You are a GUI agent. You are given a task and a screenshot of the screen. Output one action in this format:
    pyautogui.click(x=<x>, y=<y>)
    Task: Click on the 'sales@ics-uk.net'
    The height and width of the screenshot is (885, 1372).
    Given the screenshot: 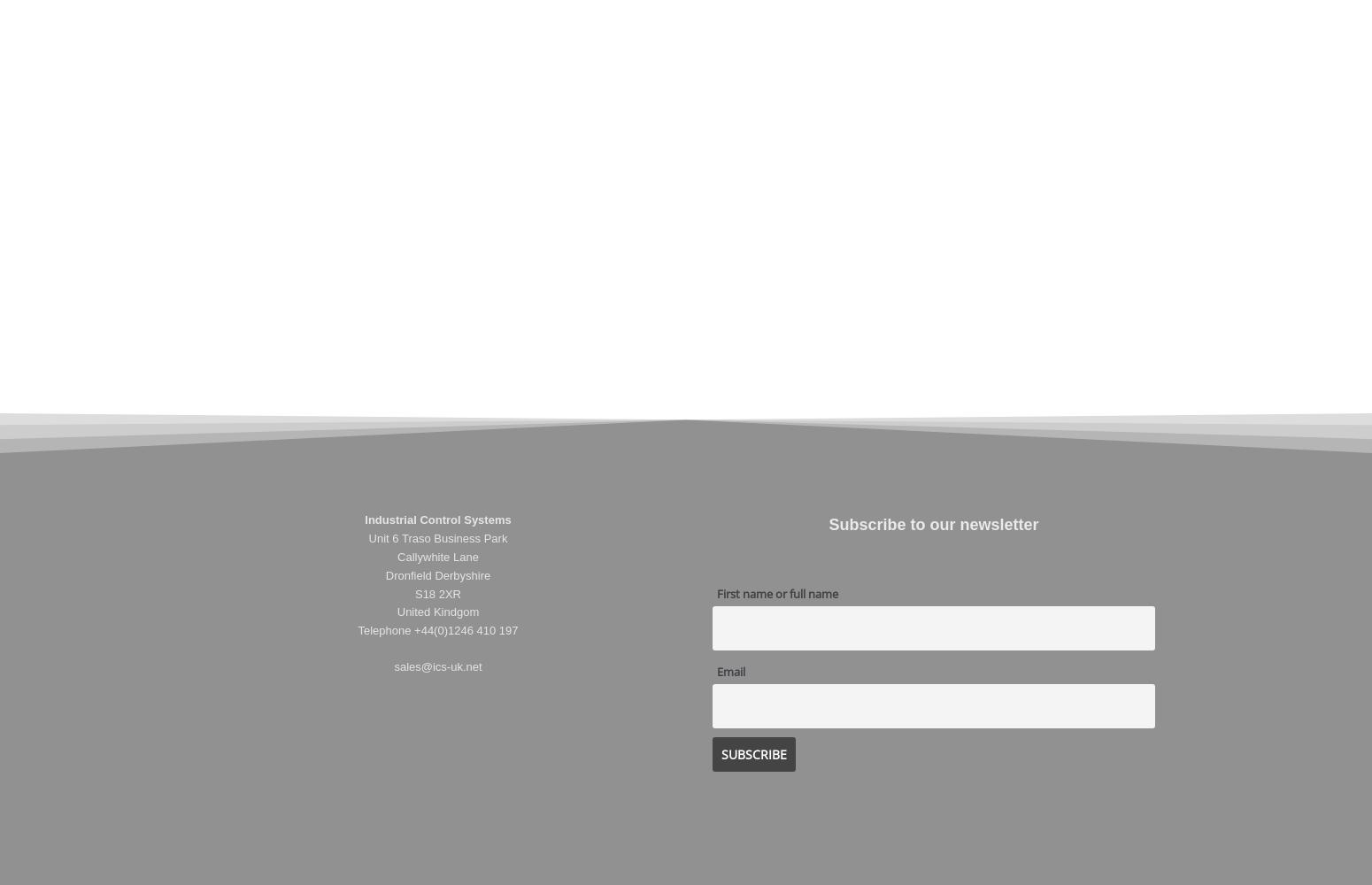 What is the action you would take?
    pyautogui.click(x=436, y=666)
    